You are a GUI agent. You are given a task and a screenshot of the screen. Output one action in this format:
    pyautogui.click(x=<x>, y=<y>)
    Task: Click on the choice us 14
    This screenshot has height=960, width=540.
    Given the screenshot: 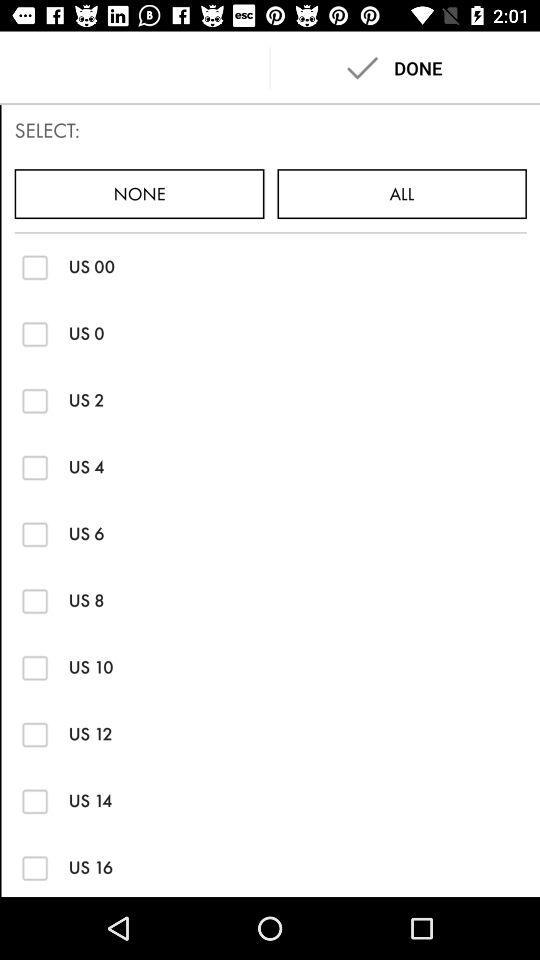 What is the action you would take?
    pyautogui.click(x=35, y=801)
    